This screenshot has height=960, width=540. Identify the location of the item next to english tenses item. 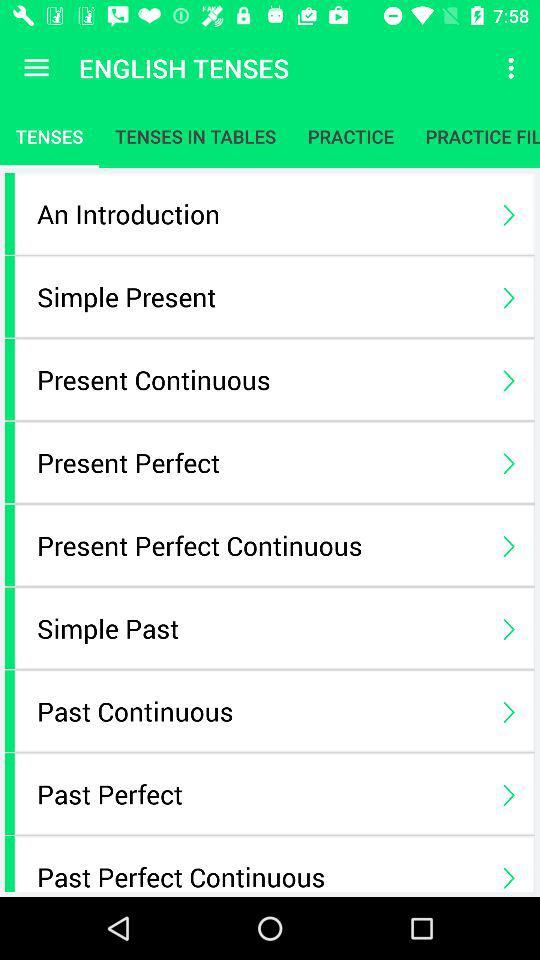
(513, 68).